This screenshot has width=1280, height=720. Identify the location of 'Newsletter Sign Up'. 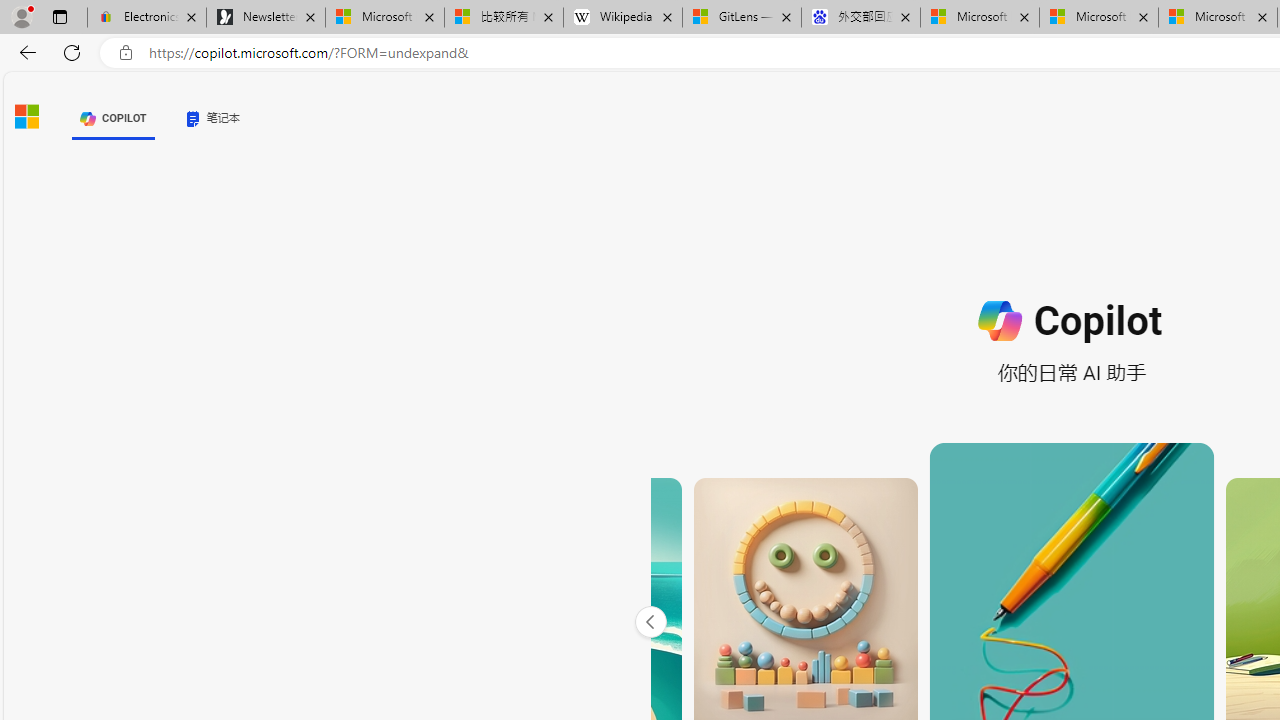
(265, 17).